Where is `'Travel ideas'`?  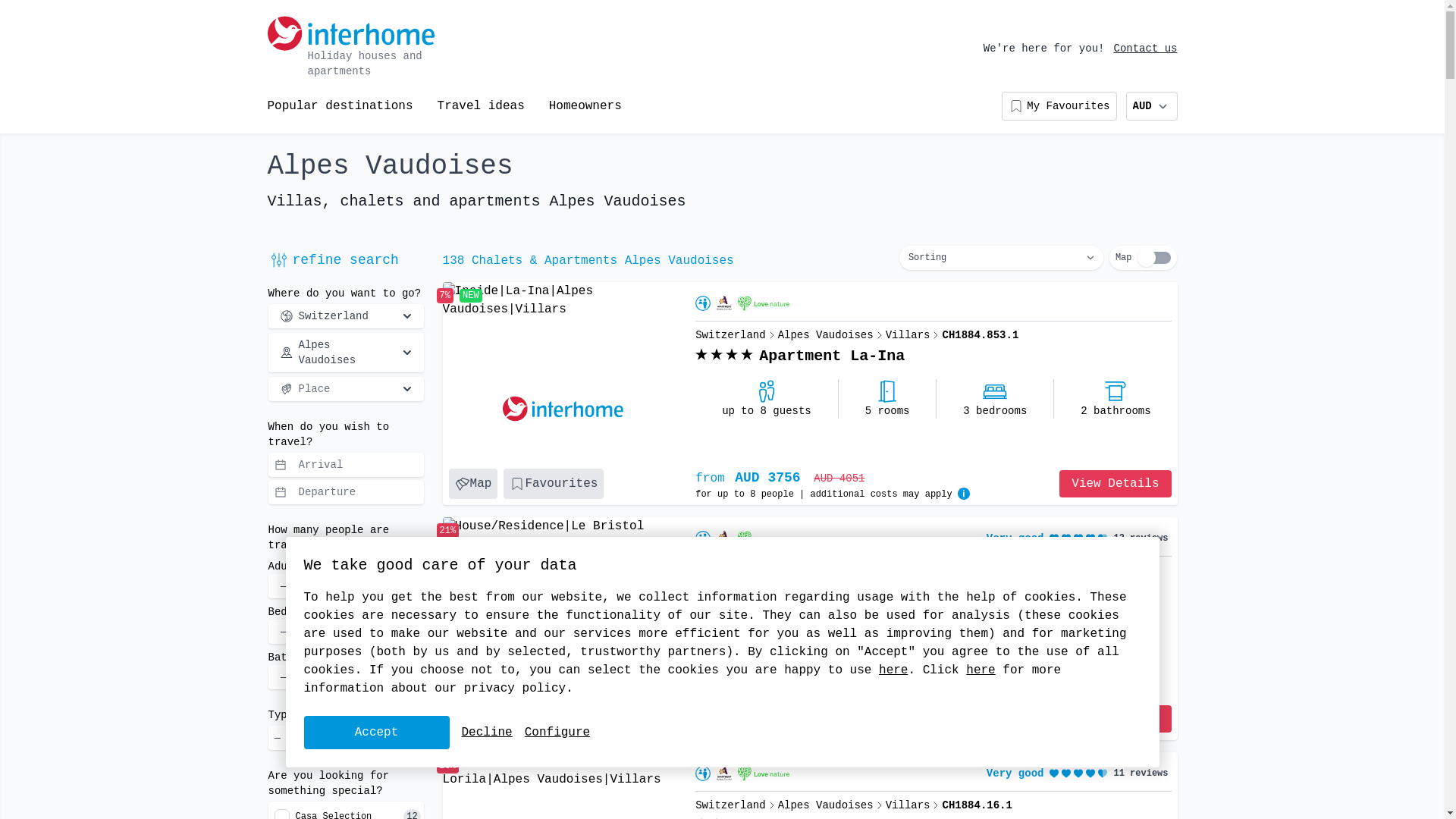
'Travel ideas' is located at coordinates (480, 105).